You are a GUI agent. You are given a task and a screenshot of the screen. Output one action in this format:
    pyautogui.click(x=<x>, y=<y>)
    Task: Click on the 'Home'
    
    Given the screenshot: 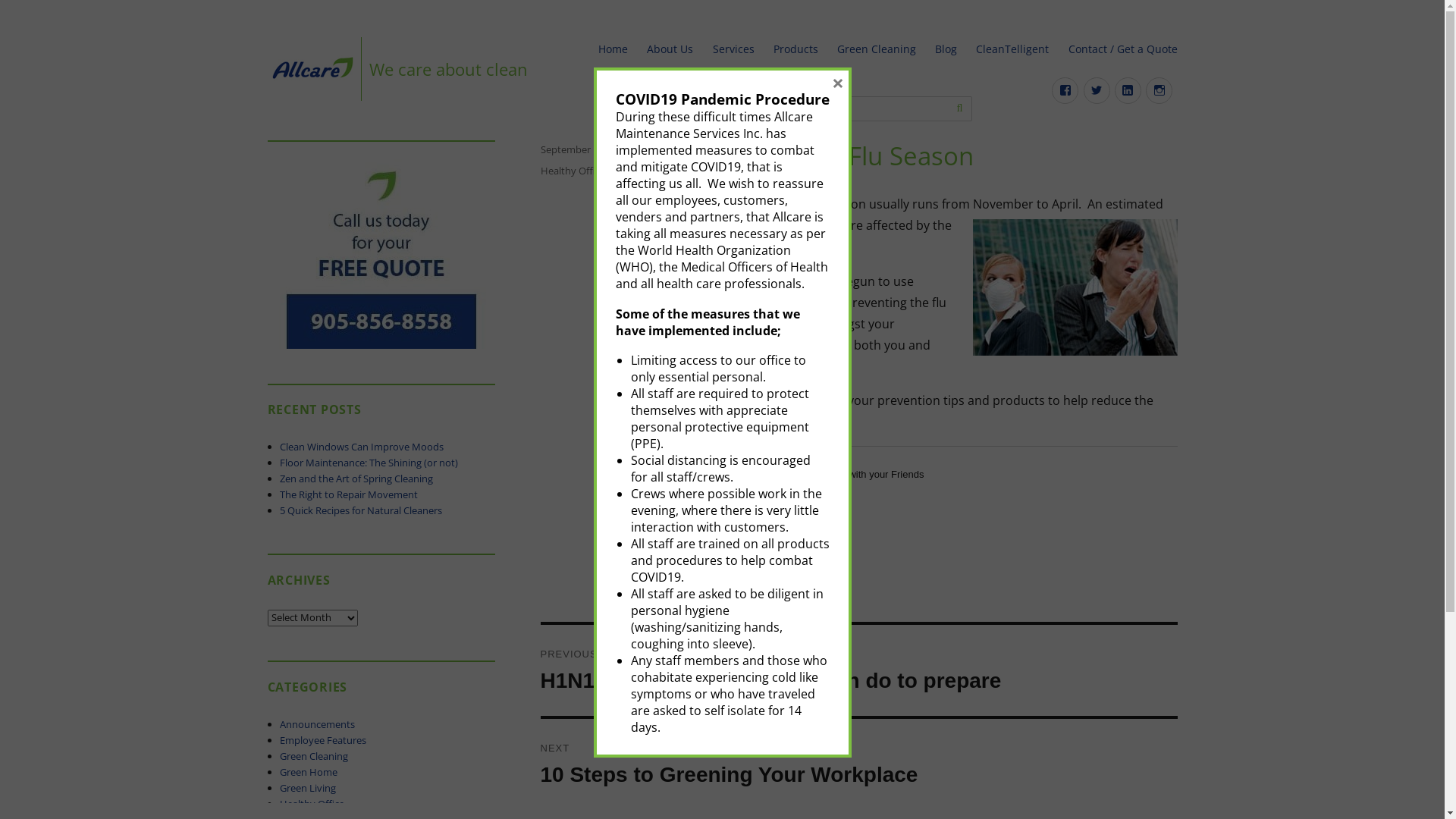 What is the action you would take?
    pyautogui.click(x=588, y=49)
    